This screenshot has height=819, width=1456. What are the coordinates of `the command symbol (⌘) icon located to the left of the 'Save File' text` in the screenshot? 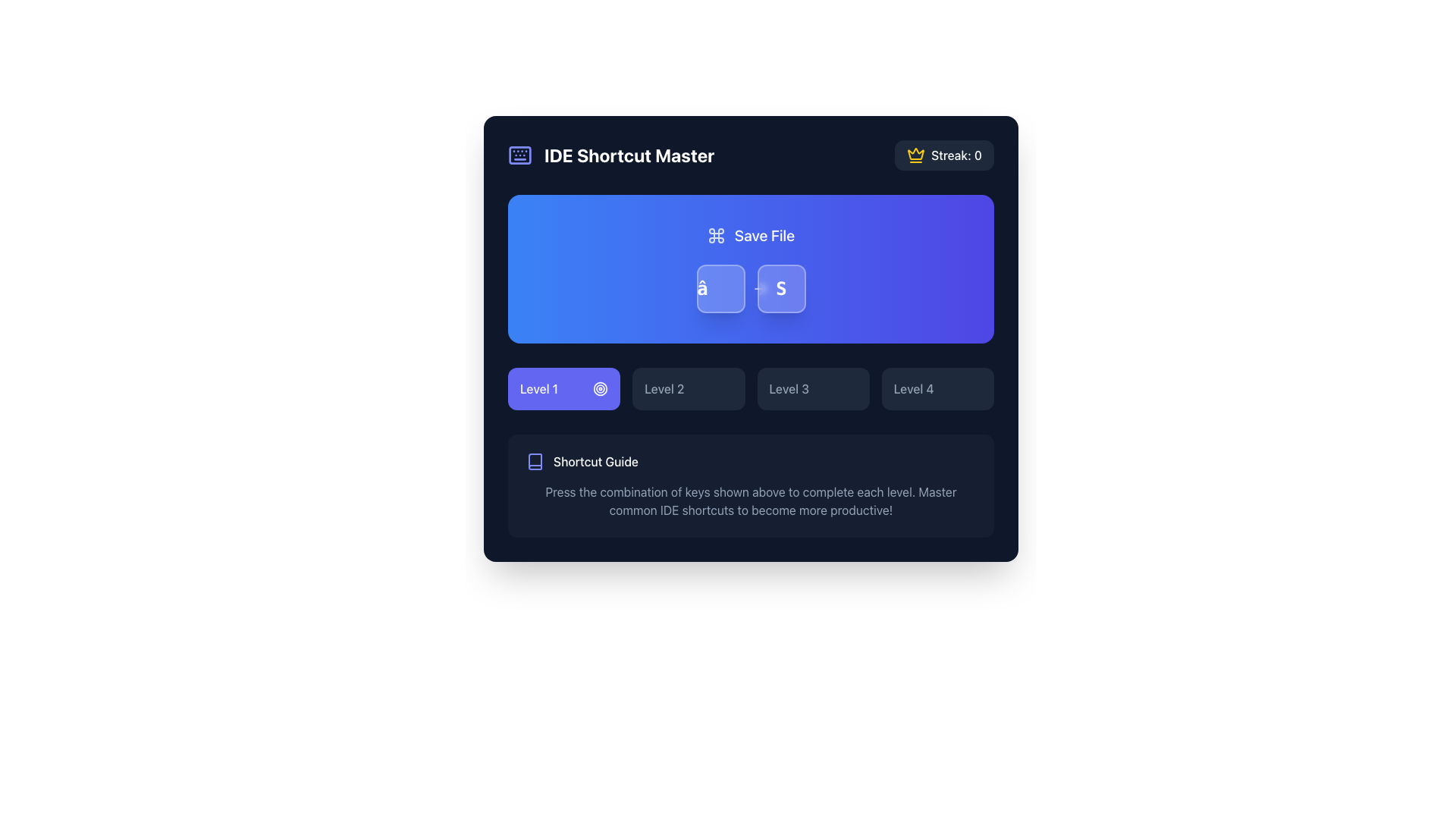 It's located at (715, 236).